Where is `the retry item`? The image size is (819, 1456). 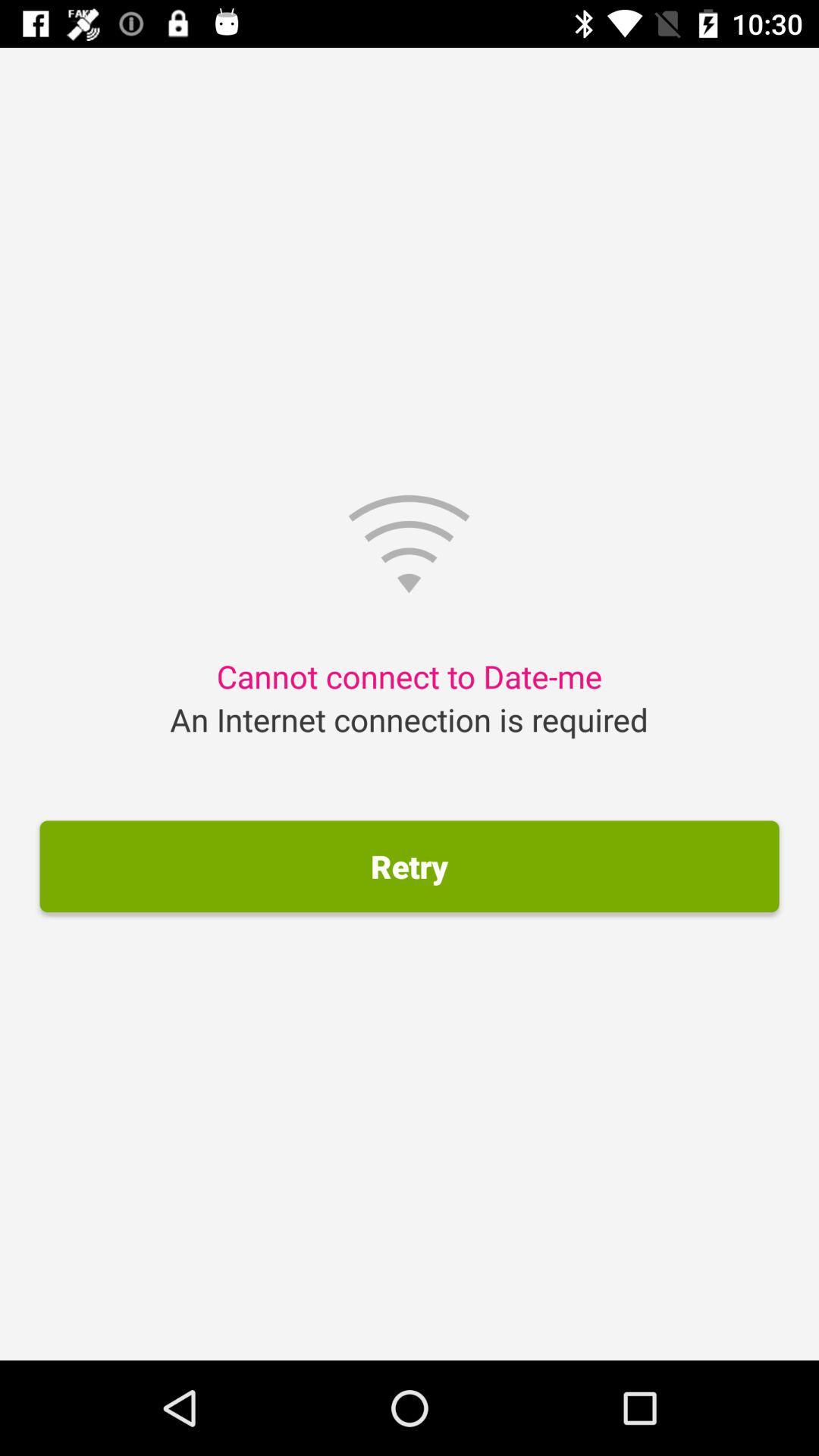 the retry item is located at coordinates (409, 866).